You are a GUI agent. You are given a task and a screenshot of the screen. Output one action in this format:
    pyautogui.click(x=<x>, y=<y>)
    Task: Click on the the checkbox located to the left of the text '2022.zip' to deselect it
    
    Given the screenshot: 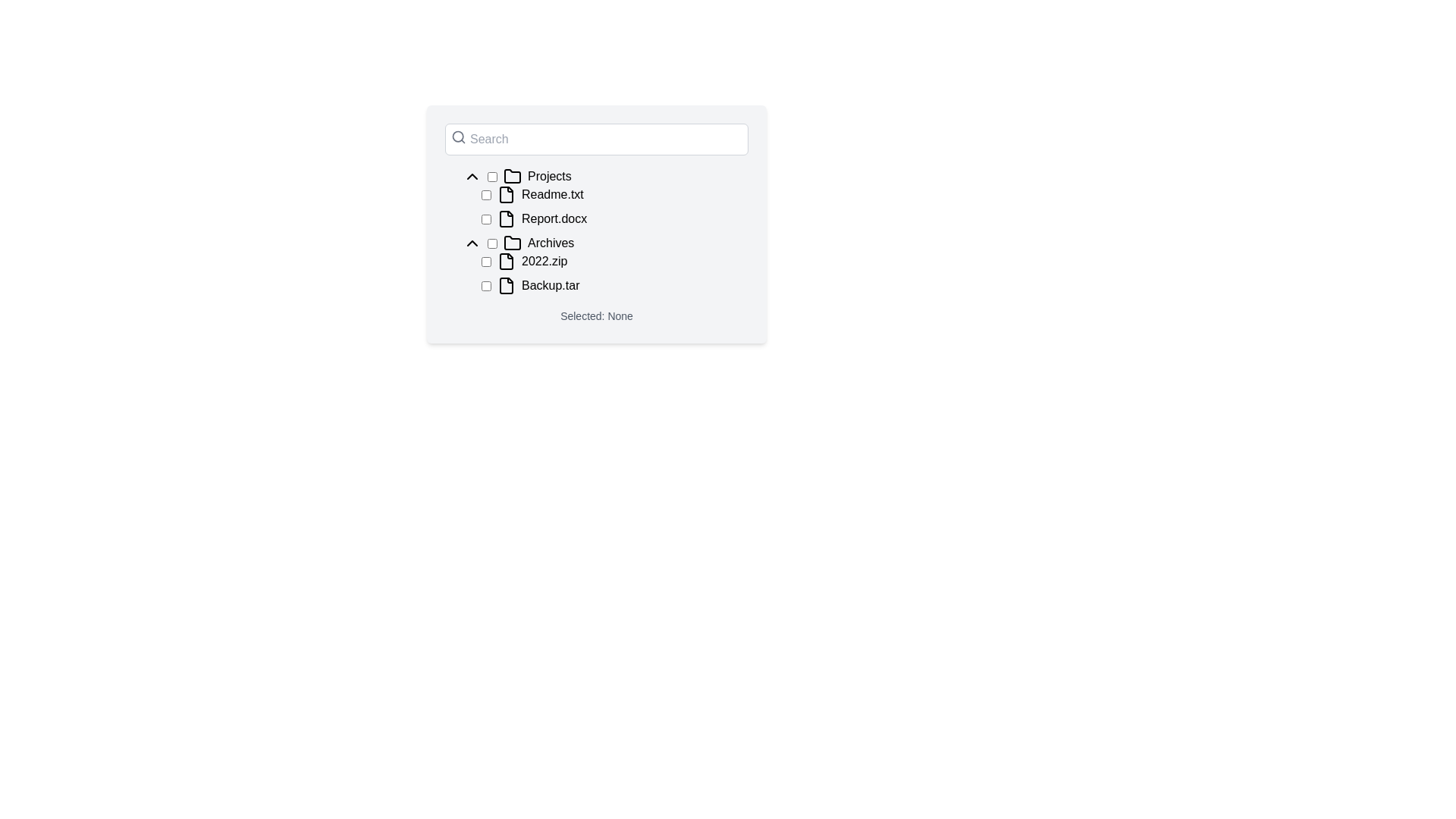 What is the action you would take?
    pyautogui.click(x=486, y=260)
    